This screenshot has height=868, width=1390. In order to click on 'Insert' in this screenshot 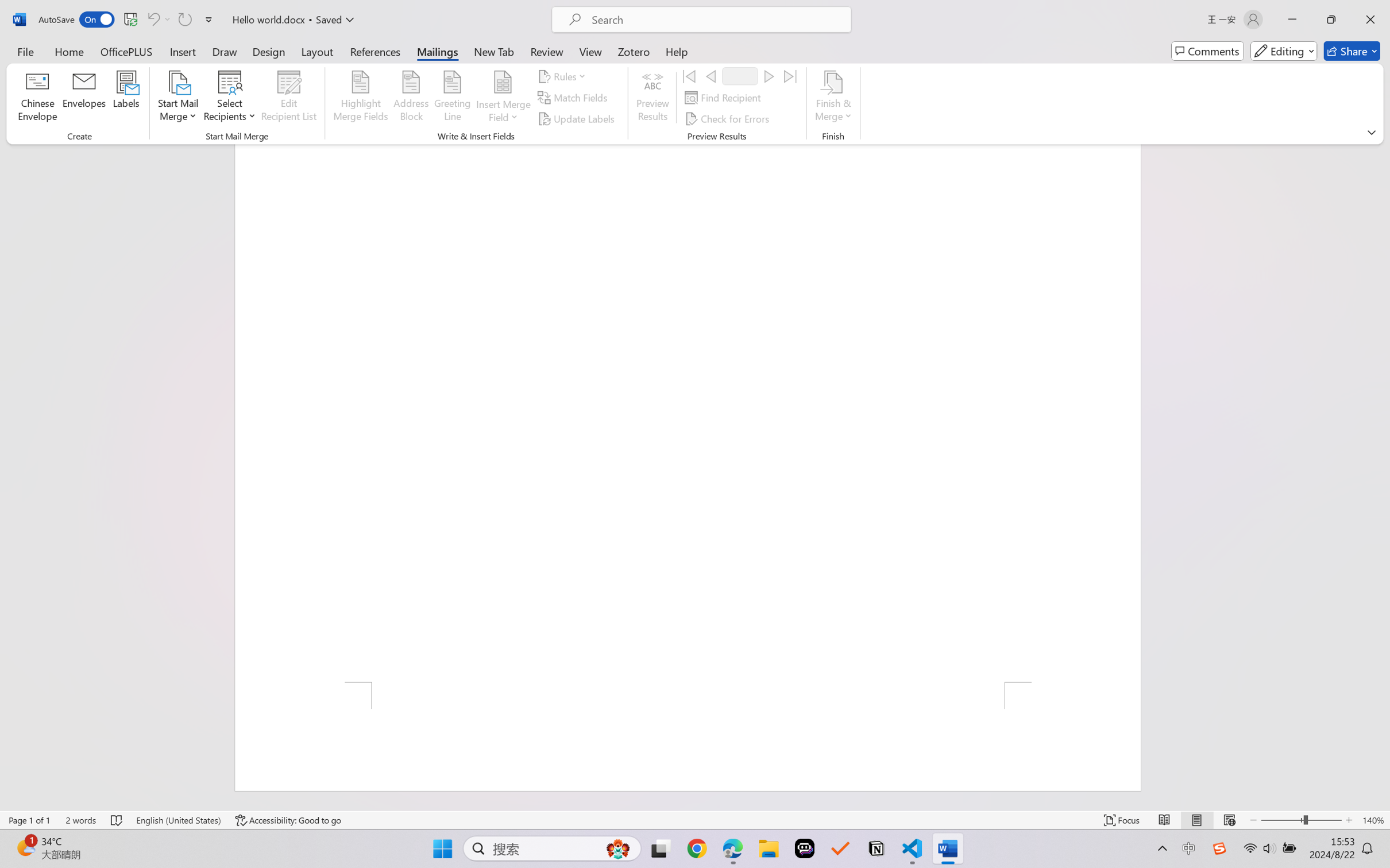, I will do `click(182, 51)`.